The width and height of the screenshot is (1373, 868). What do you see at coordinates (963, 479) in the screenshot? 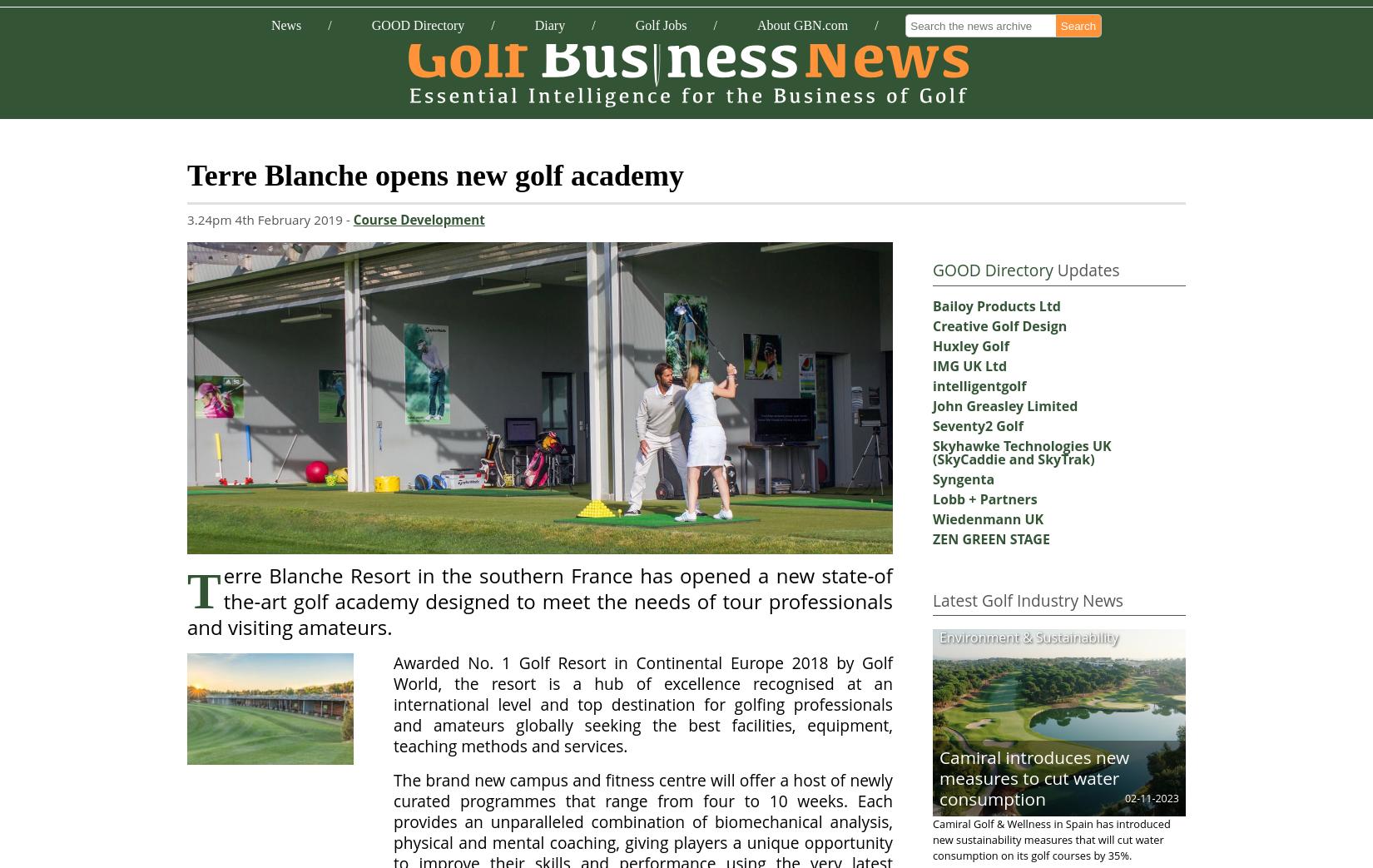
I see `'Syngenta'` at bounding box center [963, 479].